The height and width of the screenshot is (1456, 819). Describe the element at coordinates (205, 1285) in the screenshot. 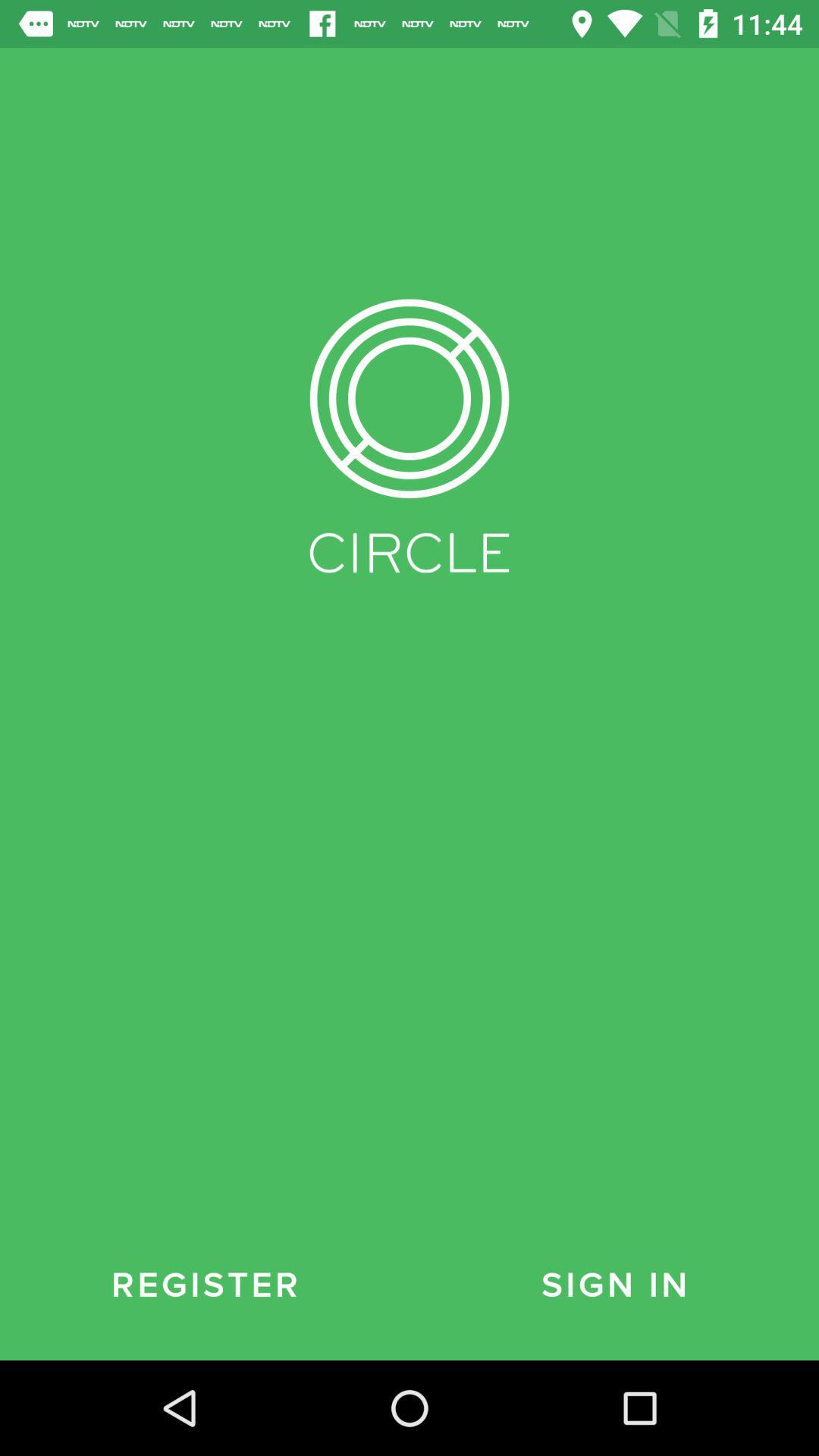

I see `the register` at that location.